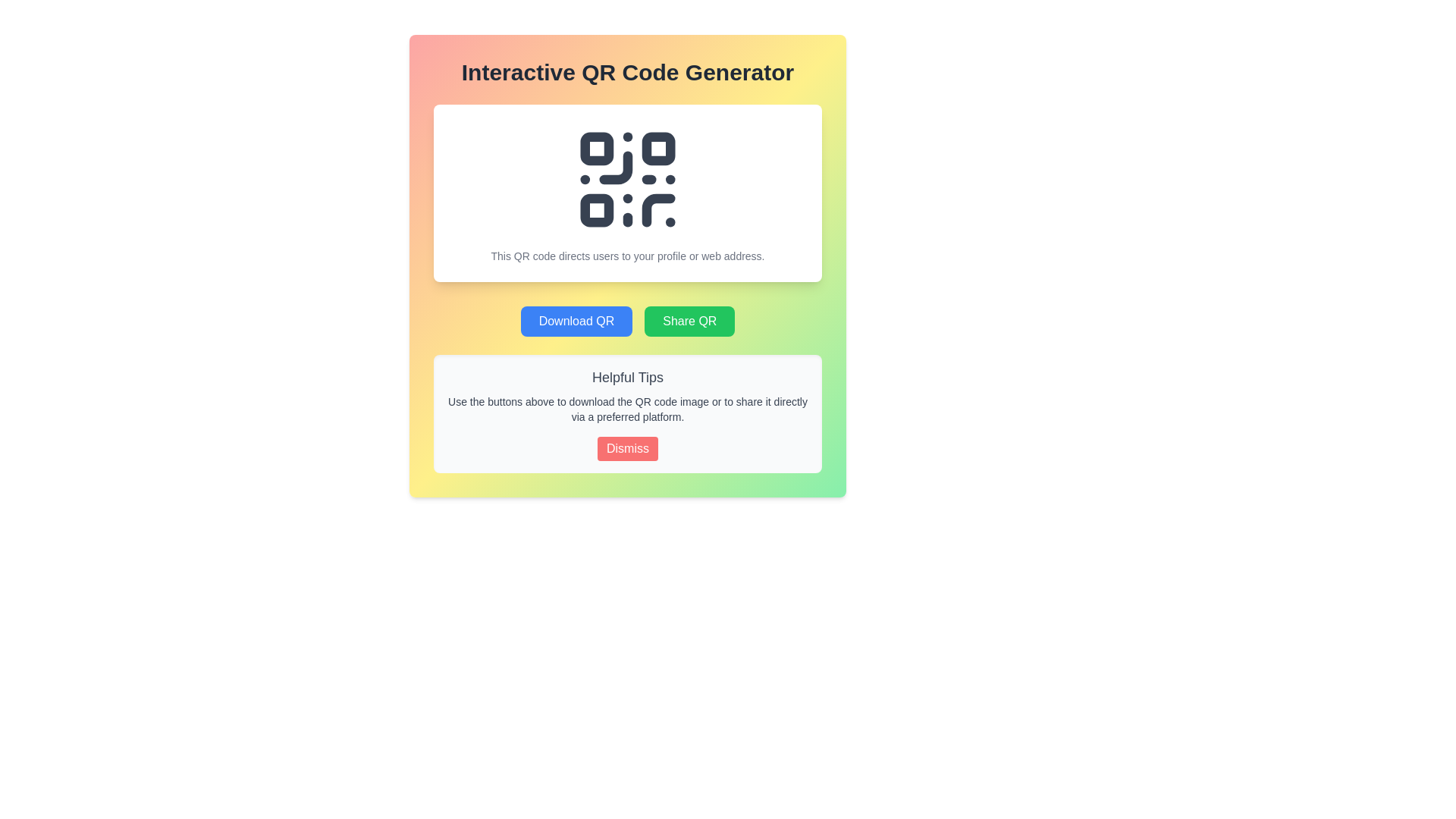 Image resolution: width=1456 pixels, height=819 pixels. I want to click on the QR code graphic element, so click(628, 178).